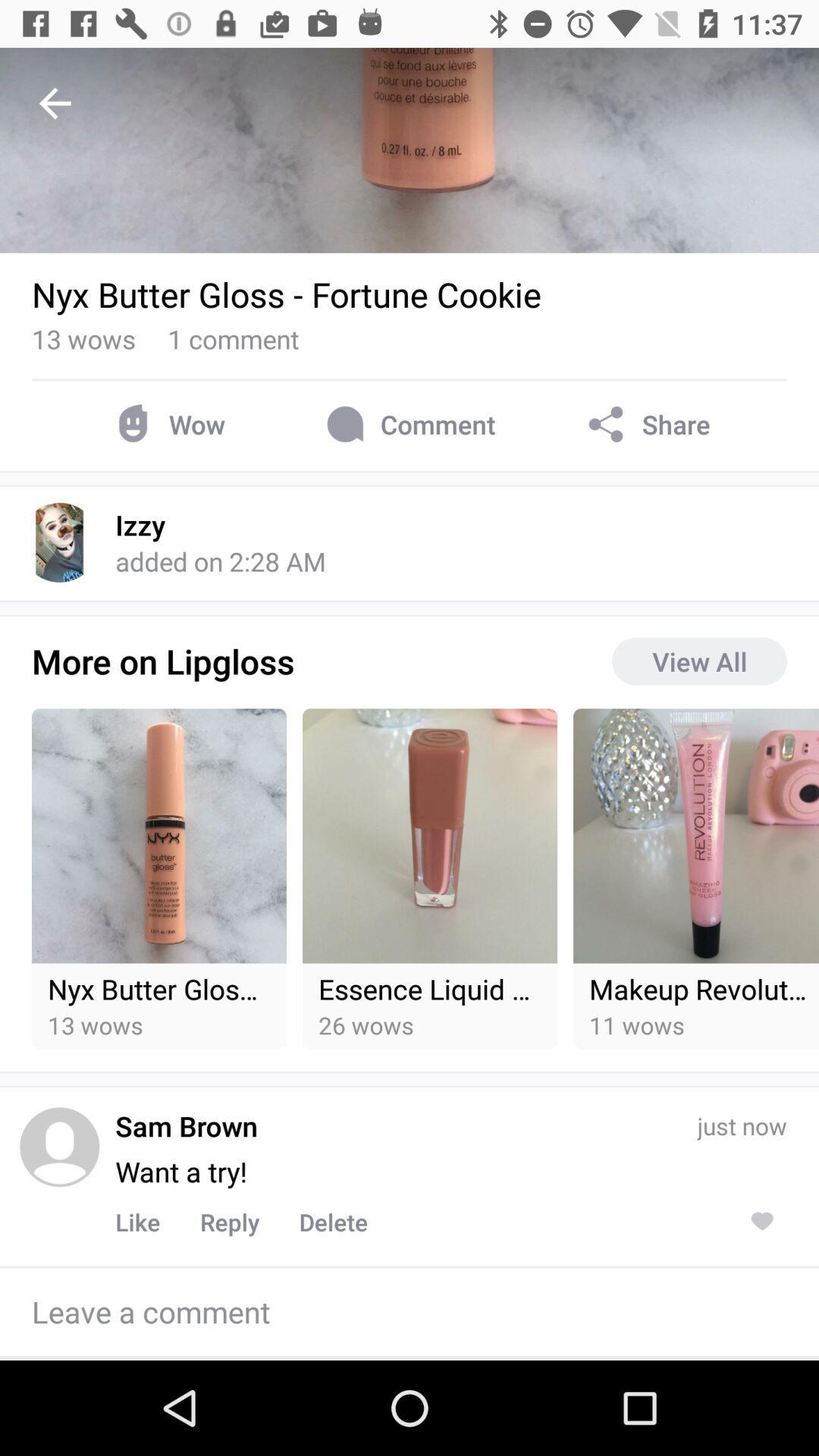 This screenshot has height=1456, width=819. What do you see at coordinates (409, 1311) in the screenshot?
I see `comment` at bounding box center [409, 1311].